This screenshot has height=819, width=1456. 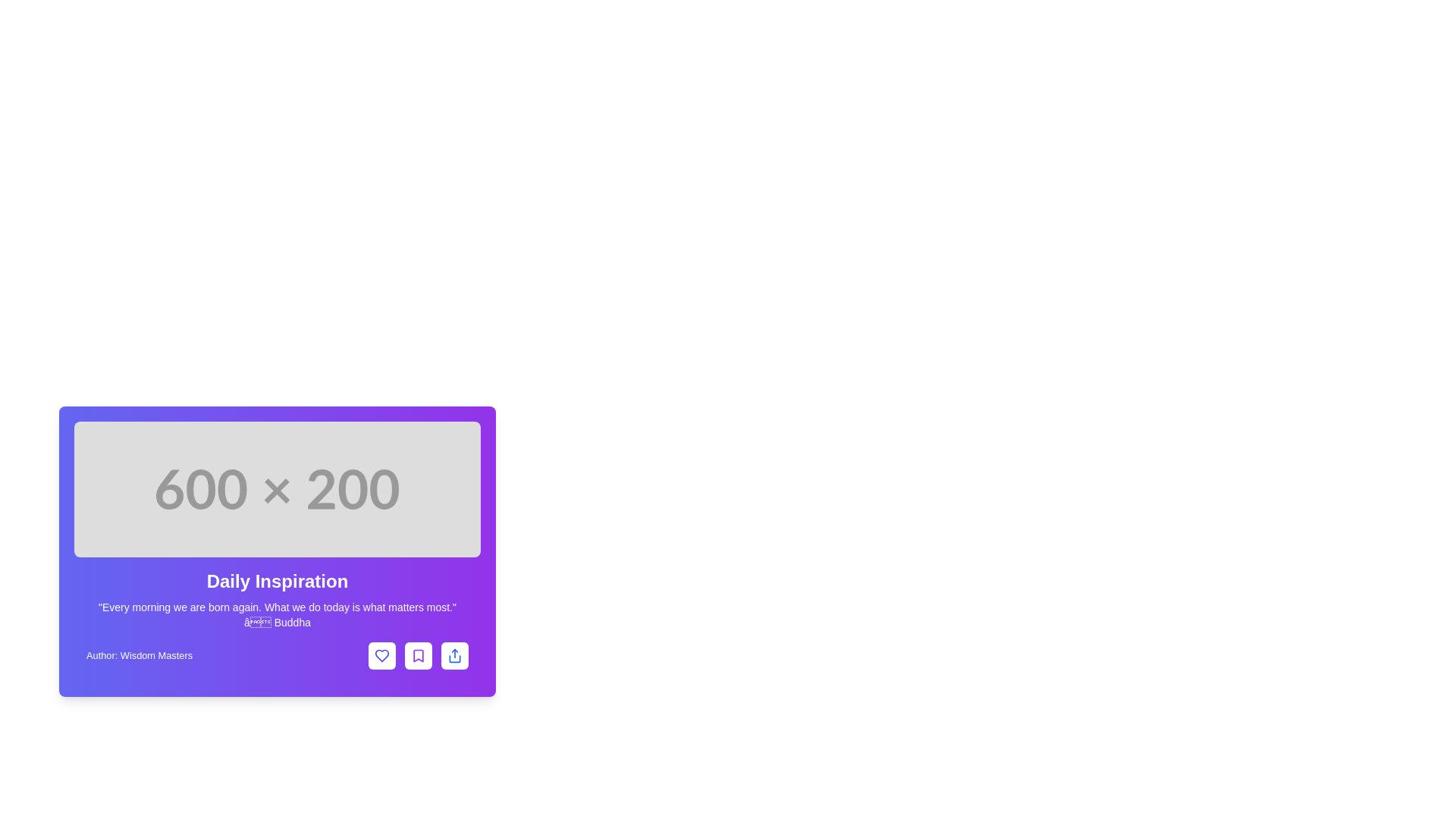 What do you see at coordinates (277, 580) in the screenshot?
I see `the Text Label that serves as a section title or header, located centrally within the card layout, above the quote and below an image` at bounding box center [277, 580].